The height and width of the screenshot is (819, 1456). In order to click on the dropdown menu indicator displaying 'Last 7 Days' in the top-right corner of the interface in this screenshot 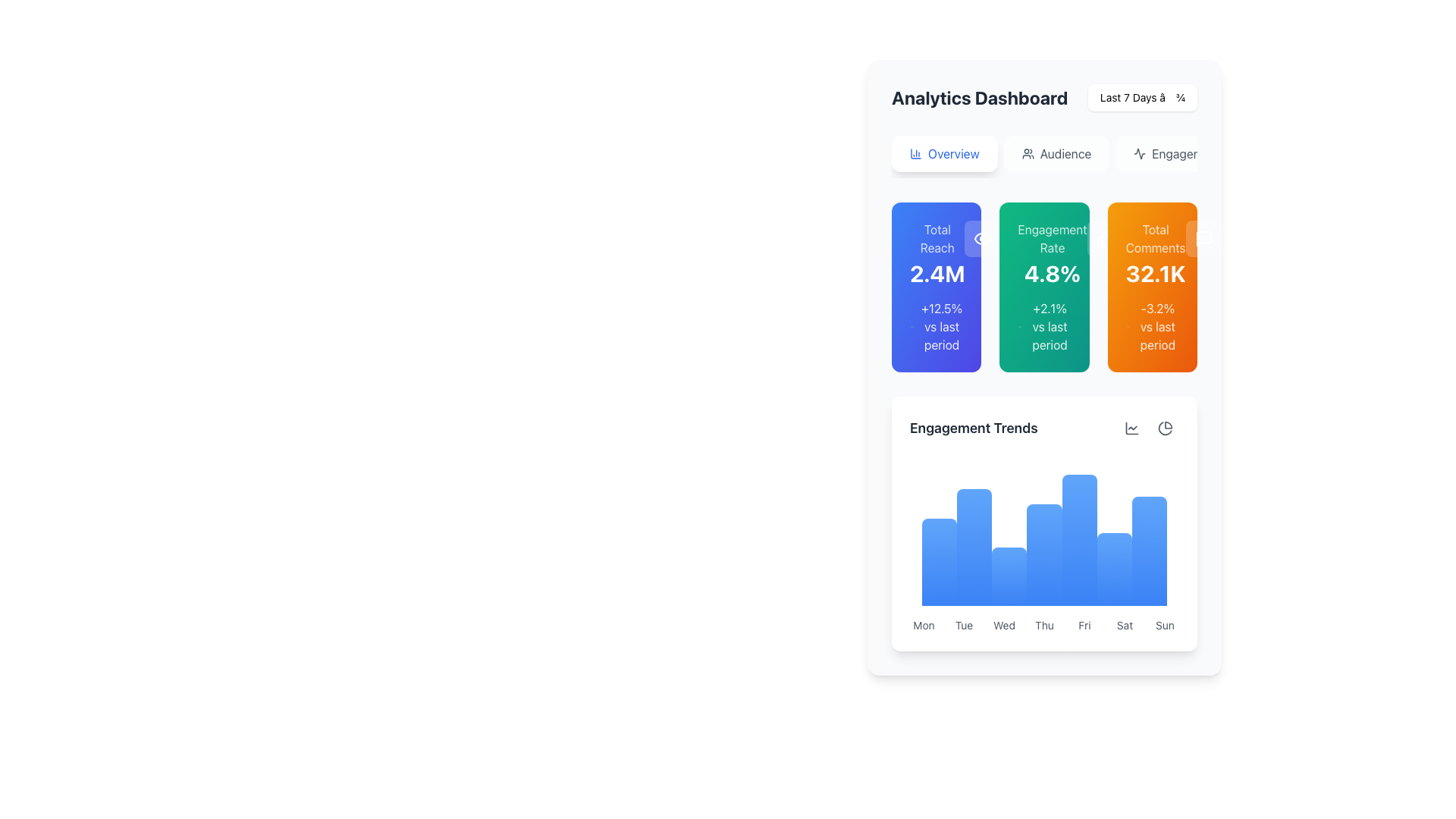, I will do `click(1143, 97)`.